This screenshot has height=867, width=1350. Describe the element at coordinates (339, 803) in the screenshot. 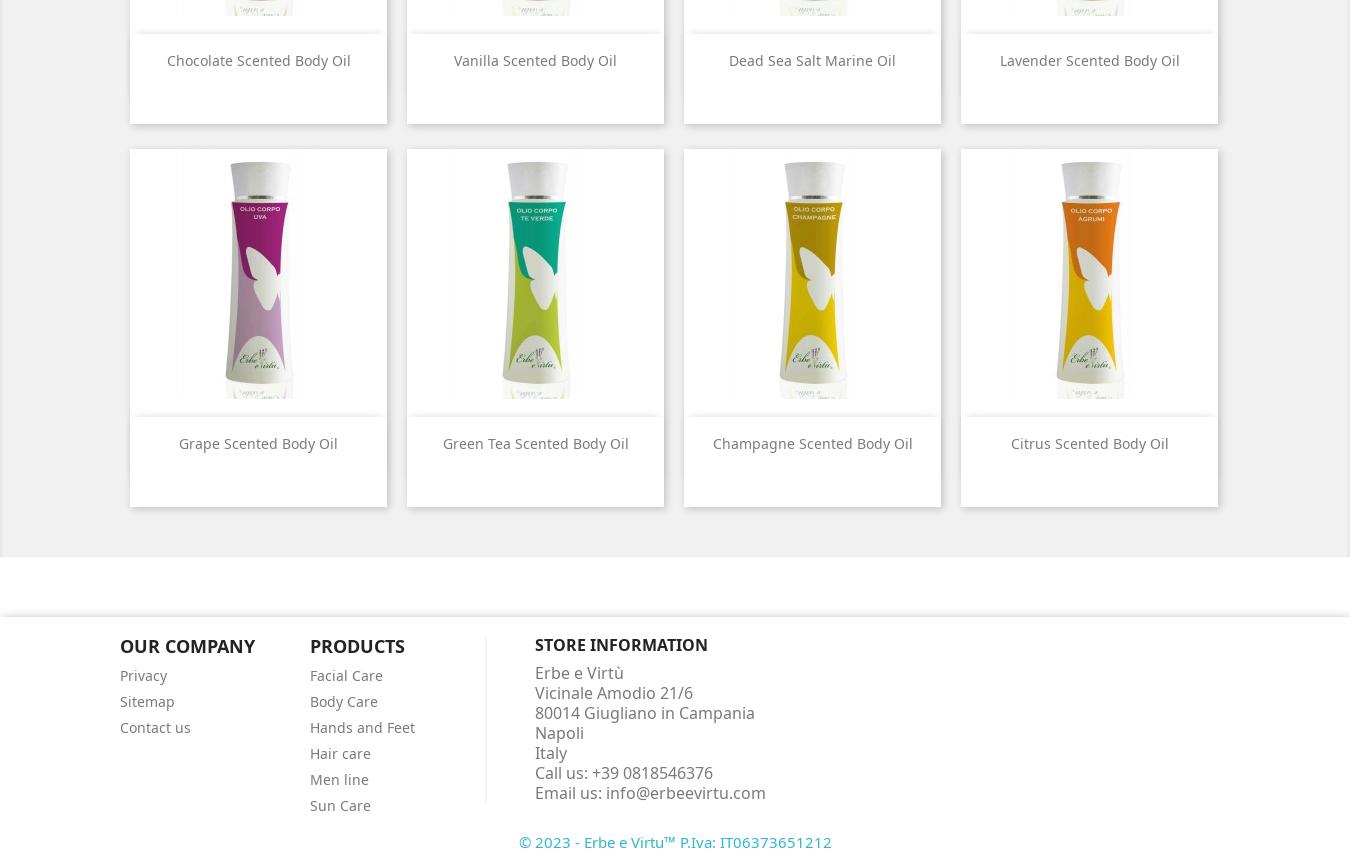

I see `'Sun Care'` at that location.